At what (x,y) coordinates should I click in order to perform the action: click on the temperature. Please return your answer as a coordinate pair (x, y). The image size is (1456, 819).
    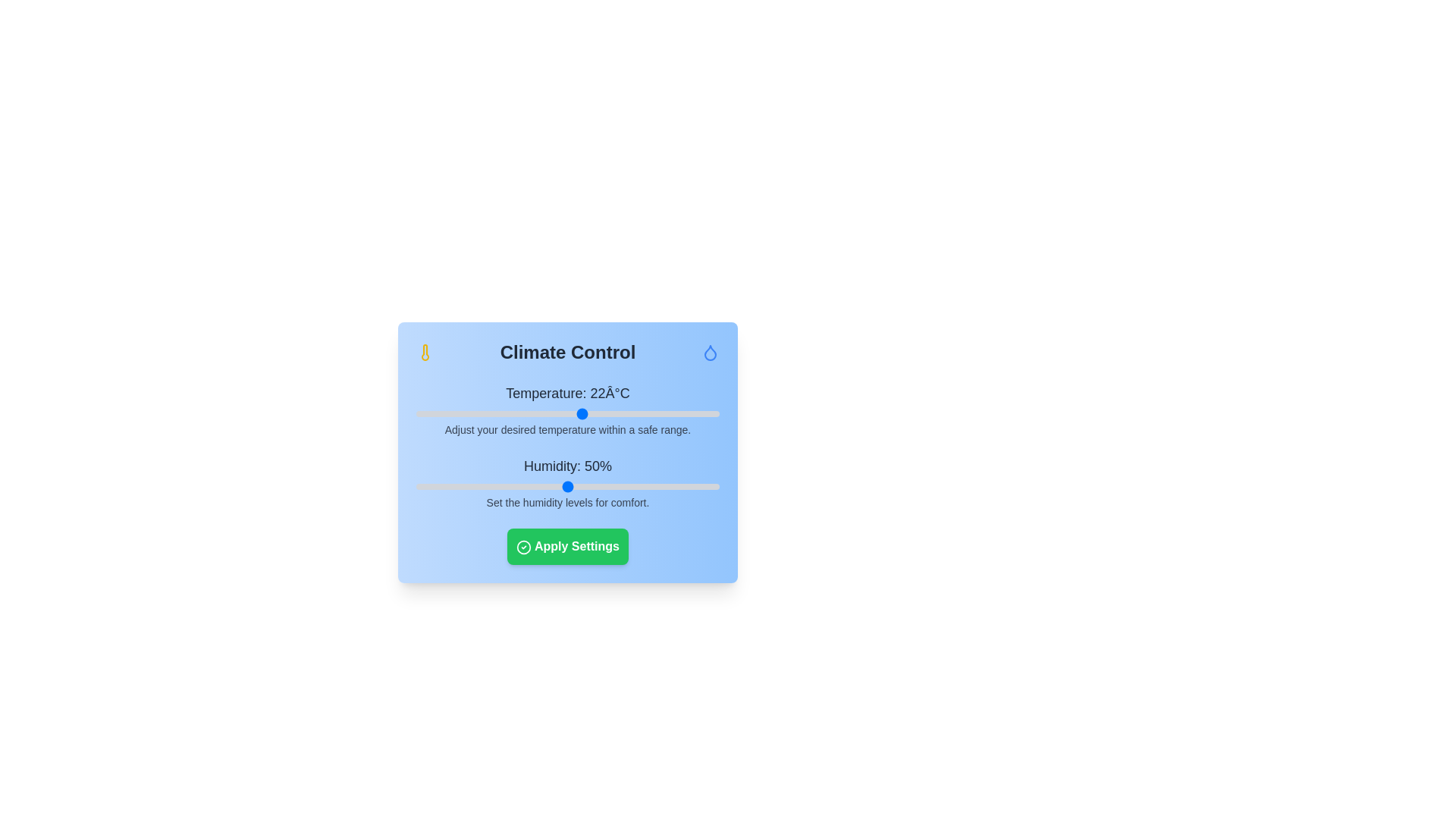
    Looking at the image, I should click on (666, 414).